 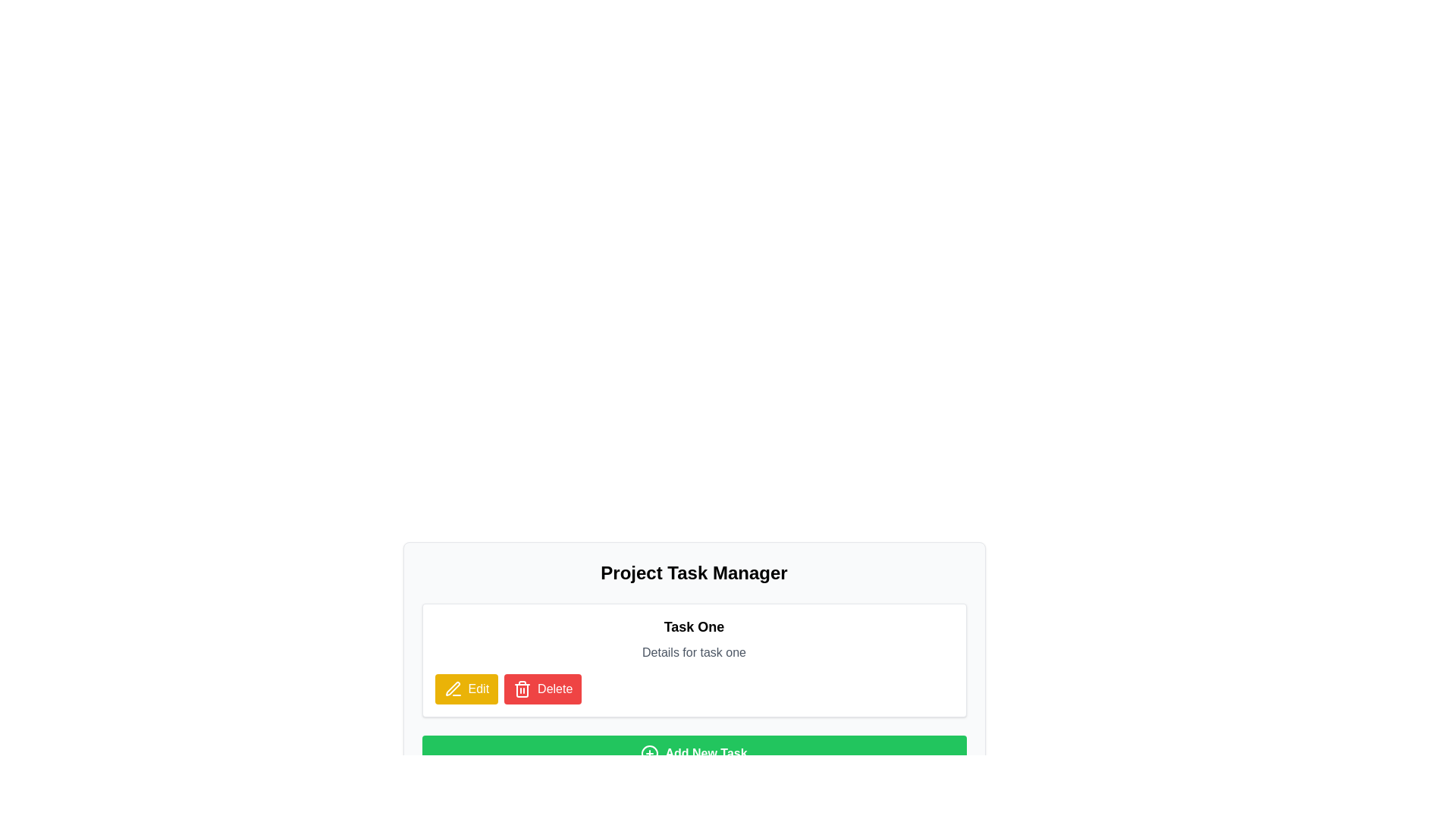 What do you see at coordinates (543, 689) in the screenshot?
I see `the delete button located to the right of the yellow 'Edit' button, below the title 'Task One', to invoke deletion` at bounding box center [543, 689].